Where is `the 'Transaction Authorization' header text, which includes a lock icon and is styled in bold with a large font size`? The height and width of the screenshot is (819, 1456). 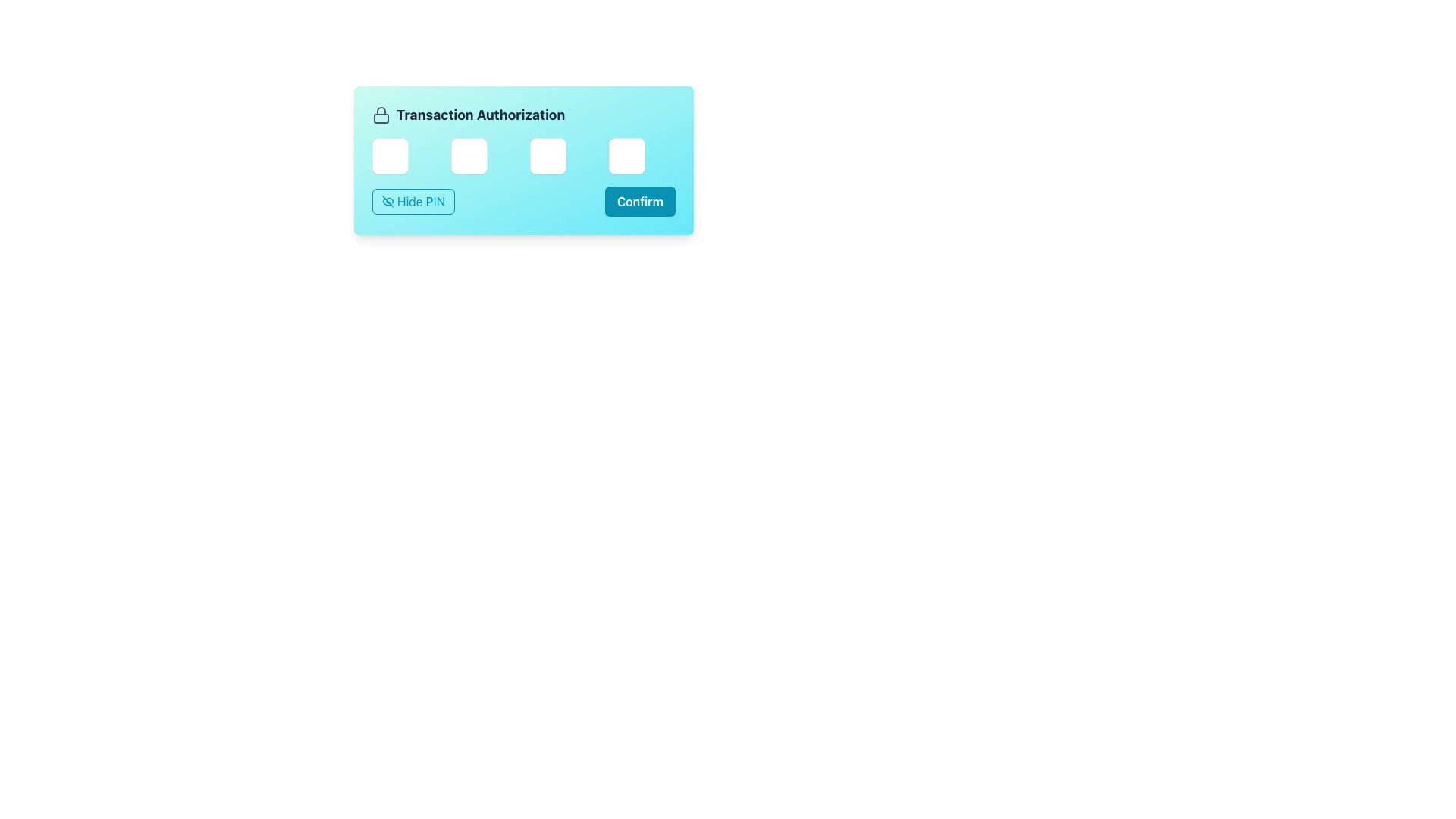
the 'Transaction Authorization' header text, which includes a lock icon and is styled in bold with a large font size is located at coordinates (524, 114).